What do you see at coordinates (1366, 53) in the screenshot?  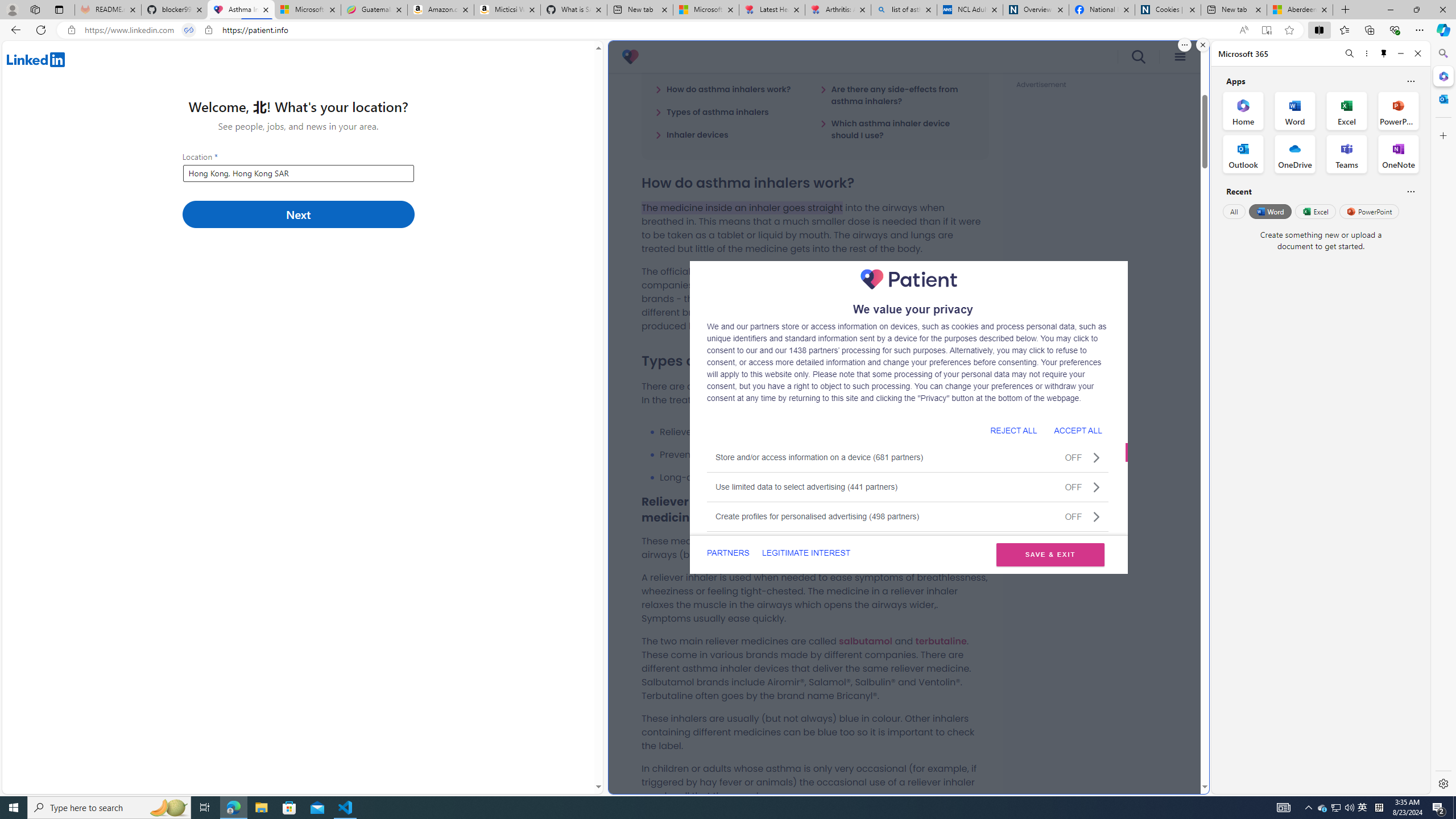 I see `'More options'` at bounding box center [1366, 53].